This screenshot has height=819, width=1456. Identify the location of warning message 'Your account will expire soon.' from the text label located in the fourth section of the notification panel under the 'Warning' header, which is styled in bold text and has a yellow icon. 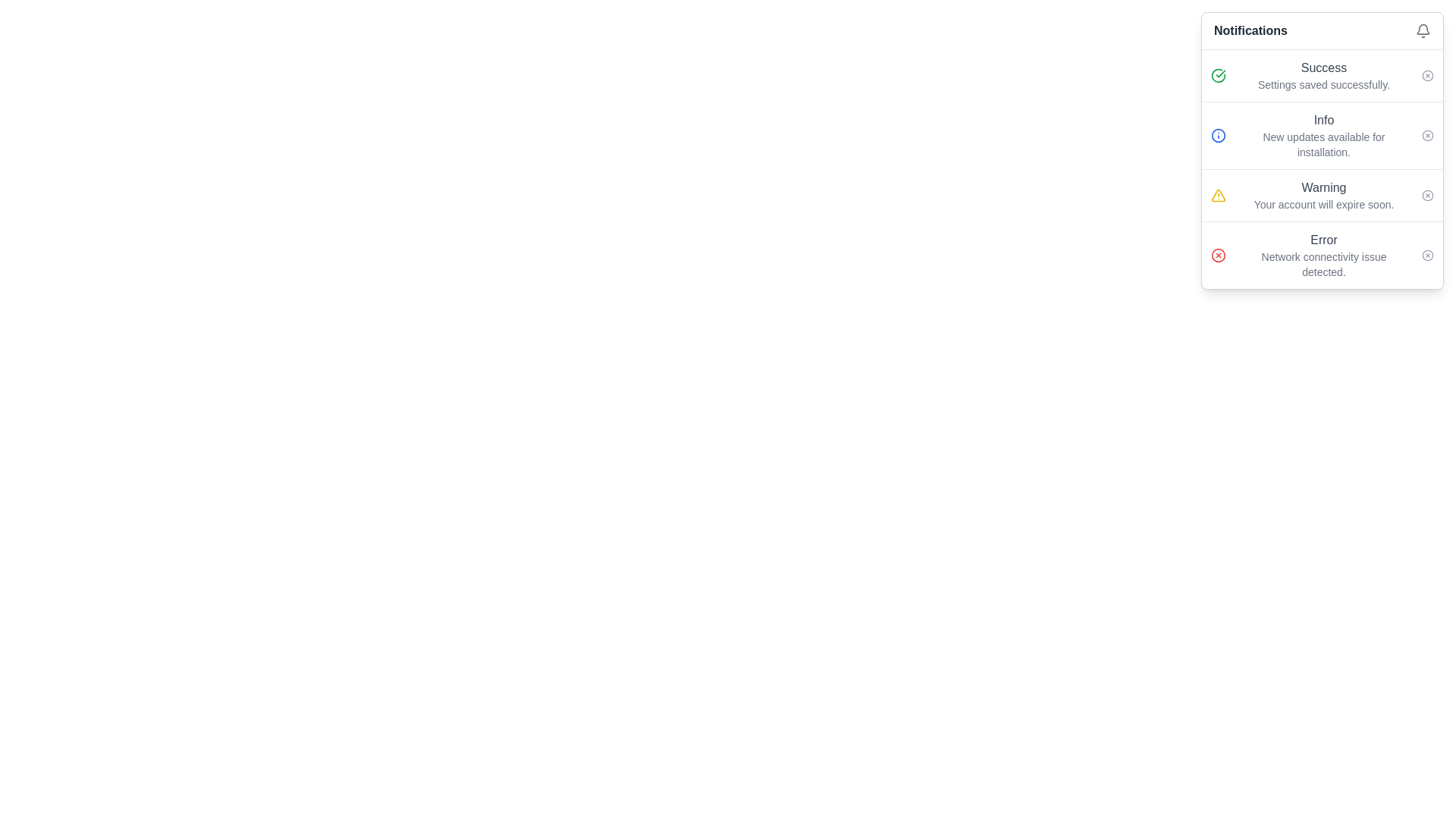
(1323, 205).